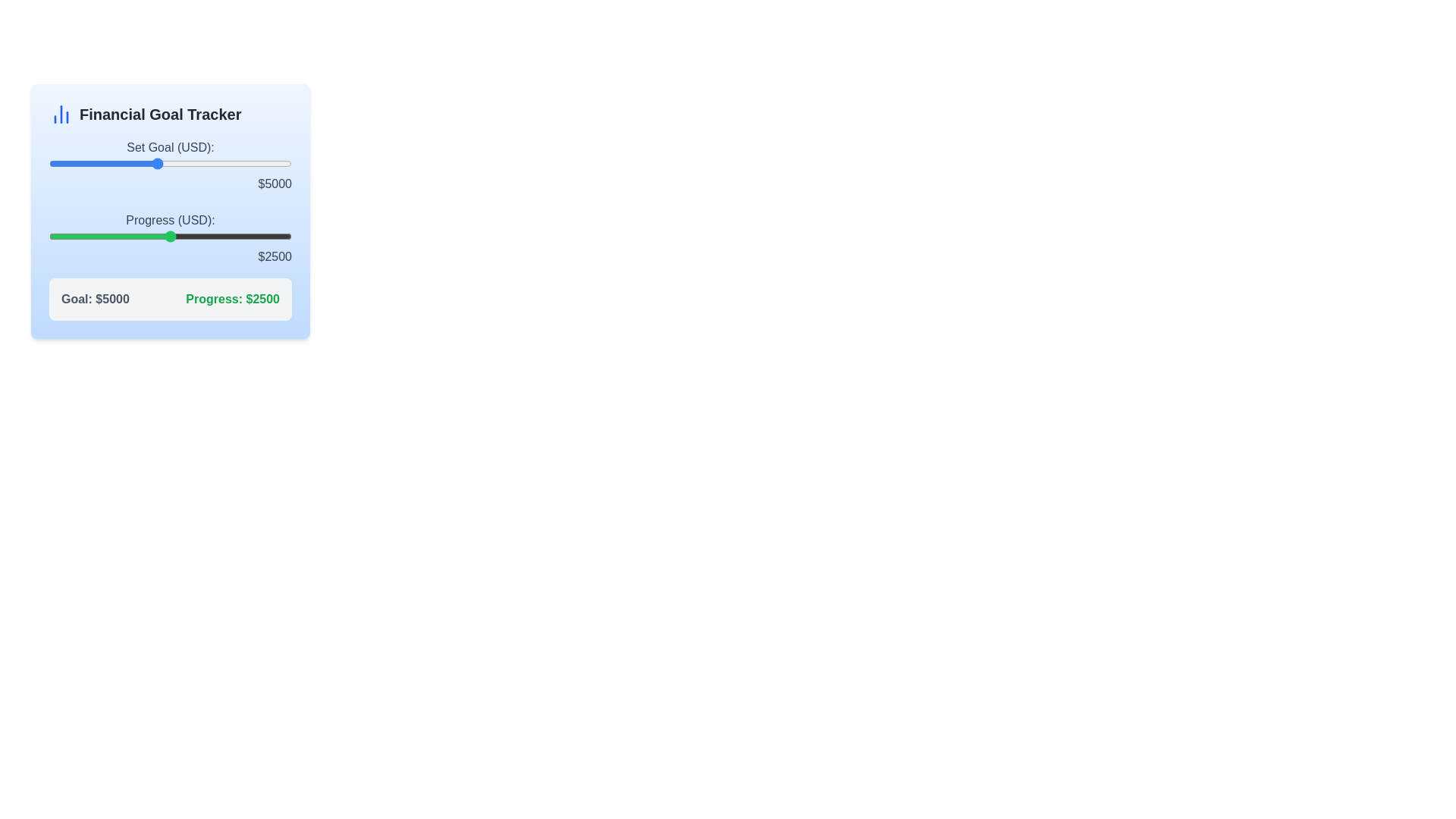 The image size is (1456, 819). I want to click on the financial goal slider to 6737 USD, so click(202, 164).